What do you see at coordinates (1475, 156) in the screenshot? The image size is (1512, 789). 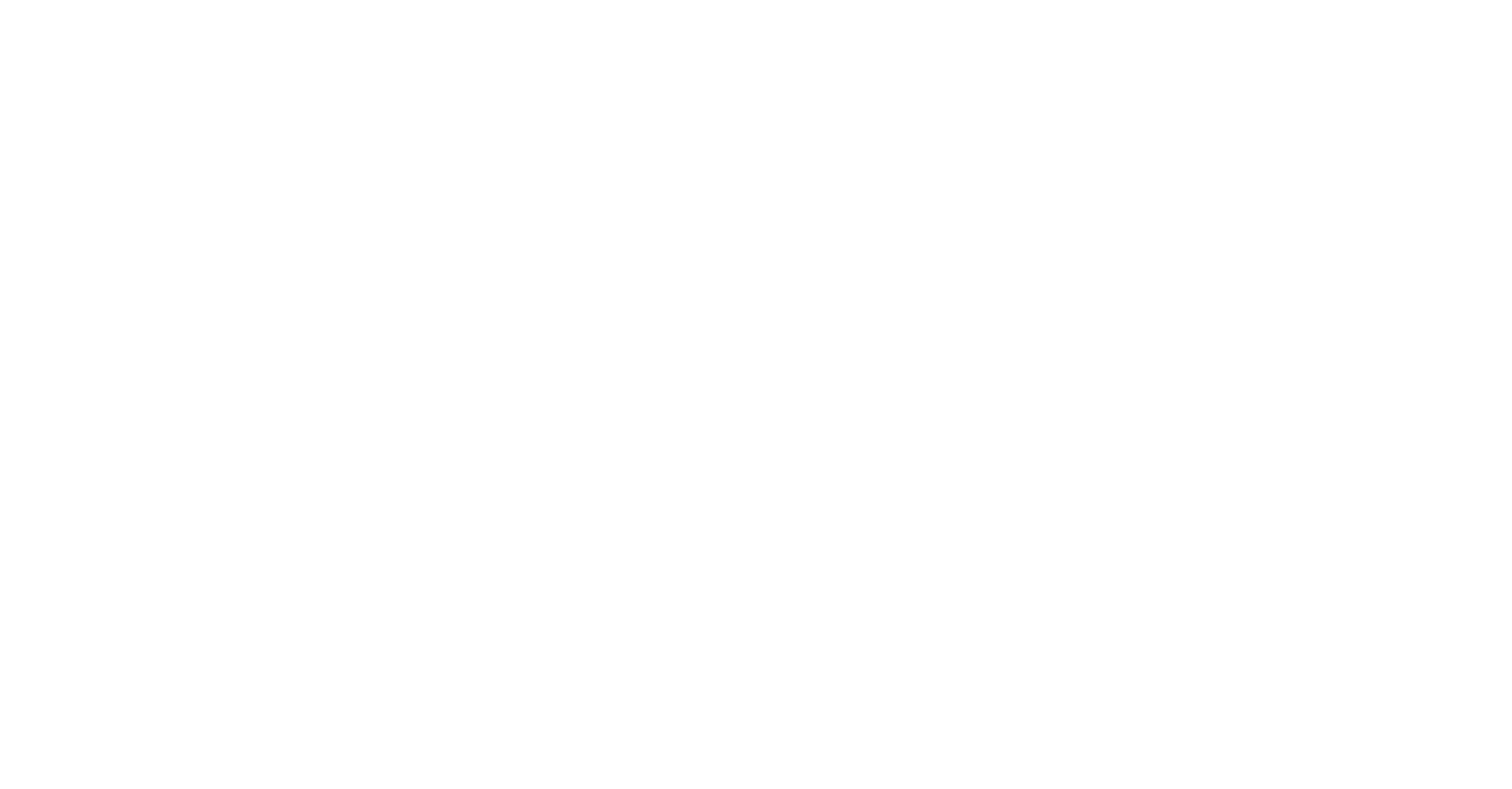 I see `'Sachsen'` at bounding box center [1475, 156].